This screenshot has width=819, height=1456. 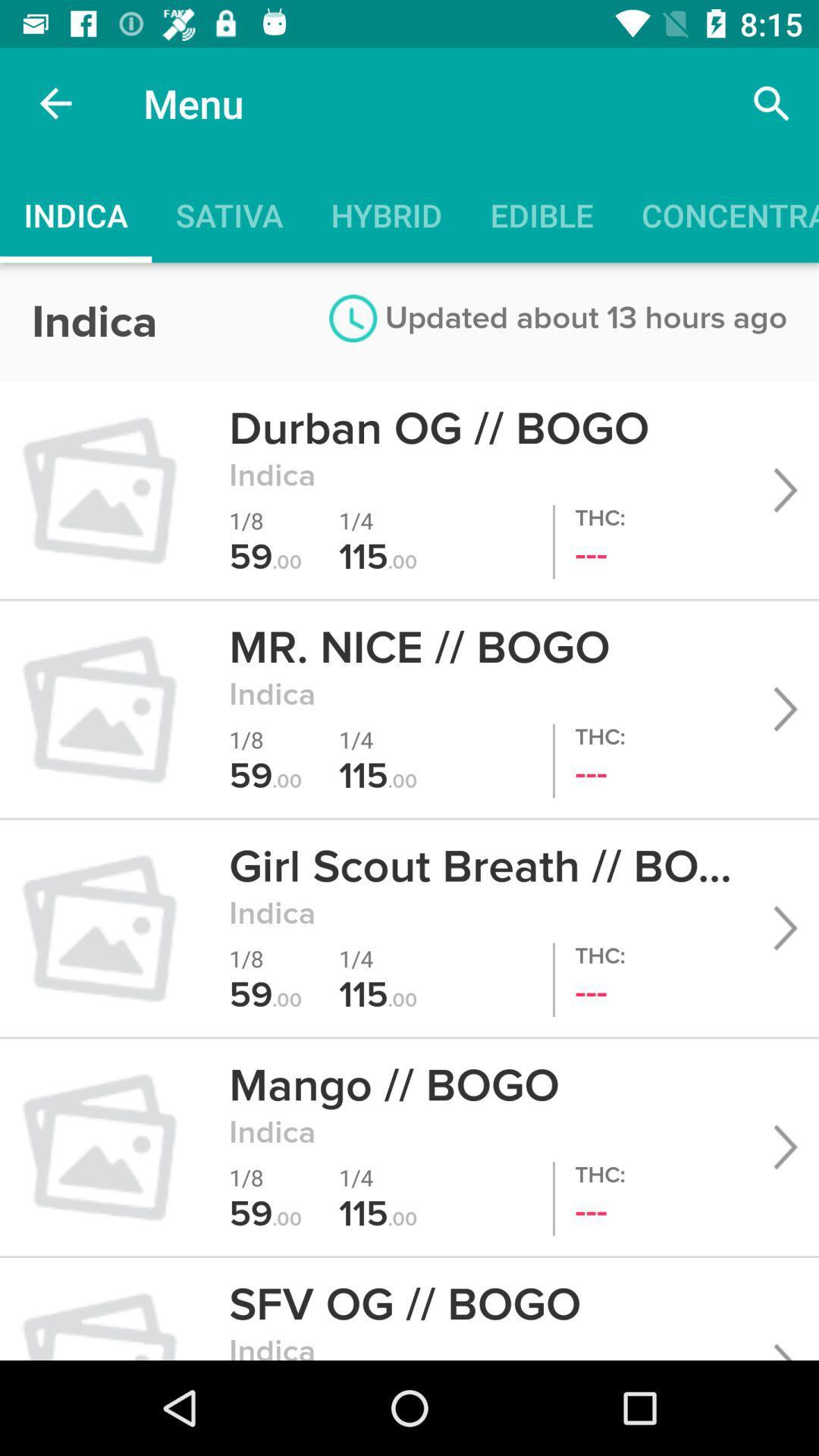 I want to click on icon next to the menu icon, so click(x=771, y=102).